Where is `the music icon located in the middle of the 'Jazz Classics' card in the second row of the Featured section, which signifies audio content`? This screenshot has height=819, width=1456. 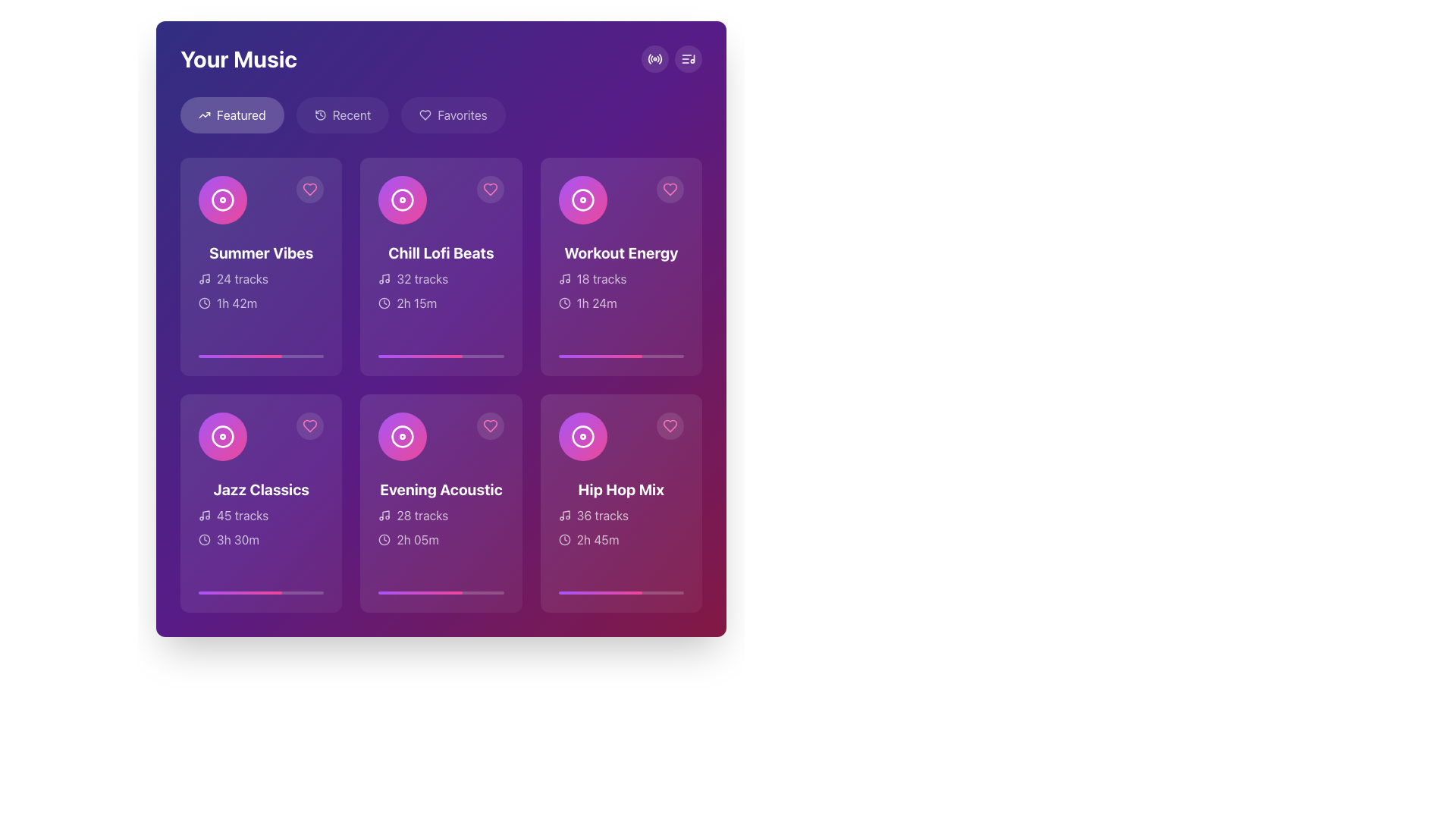
the music icon located in the middle of the 'Jazz Classics' card in the second row of the Featured section, which signifies audio content is located at coordinates (221, 436).